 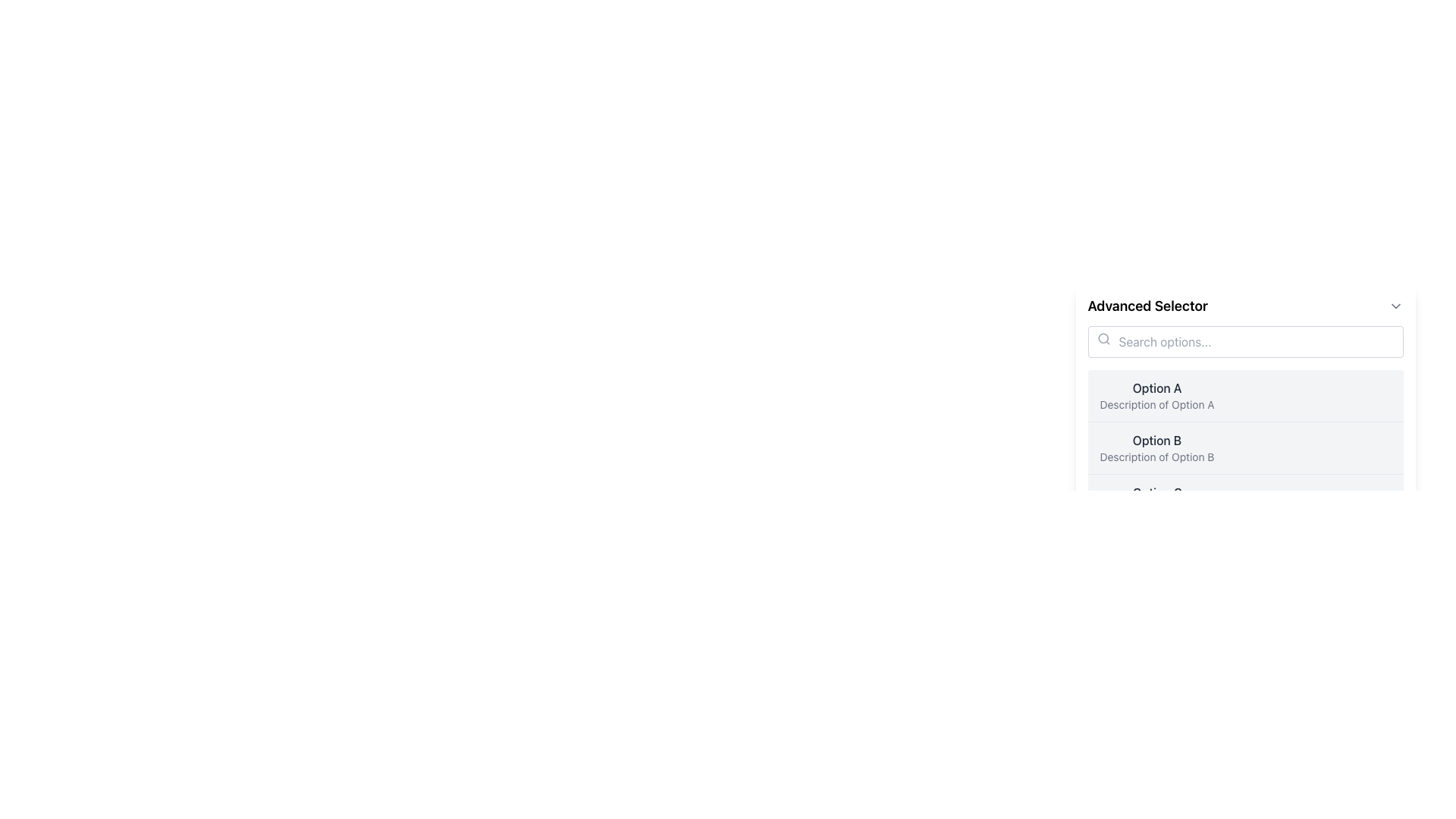 I want to click on the first selectable list item displaying 'Option A', so click(x=1156, y=394).